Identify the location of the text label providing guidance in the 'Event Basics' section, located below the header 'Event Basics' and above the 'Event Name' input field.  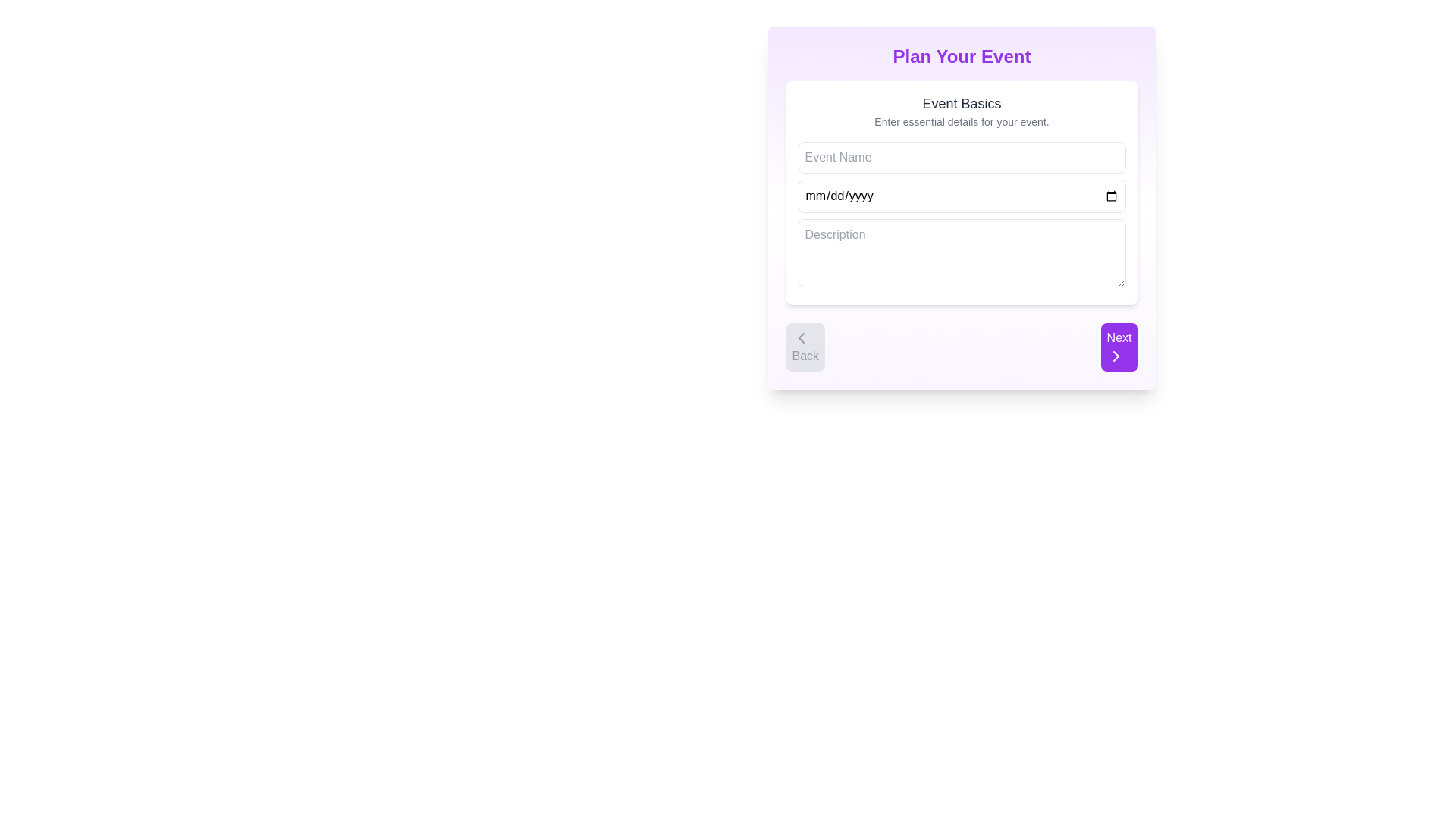
(961, 121).